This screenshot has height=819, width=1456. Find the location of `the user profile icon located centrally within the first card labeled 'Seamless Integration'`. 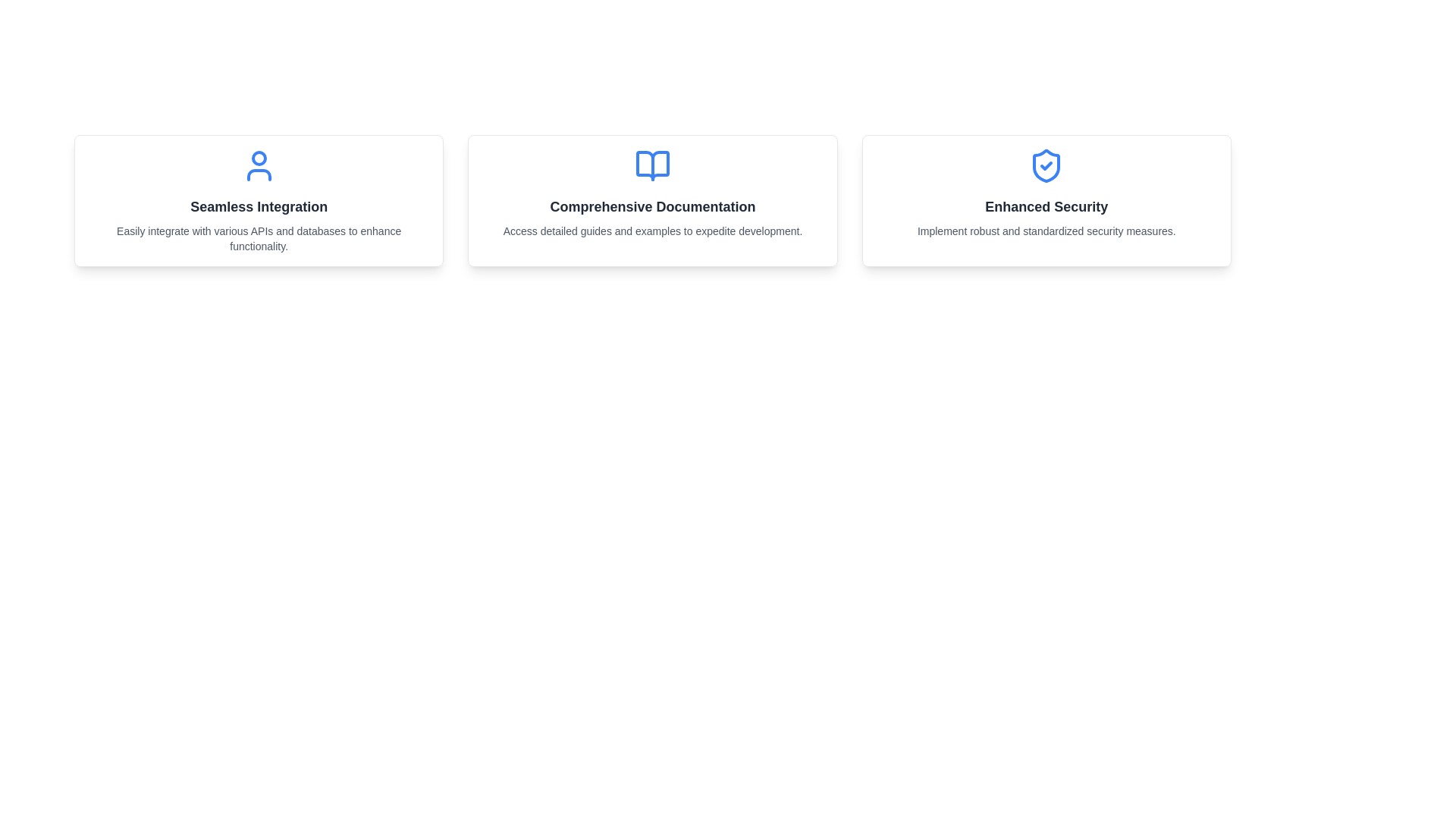

the user profile icon located centrally within the first card labeled 'Seamless Integration' is located at coordinates (259, 166).